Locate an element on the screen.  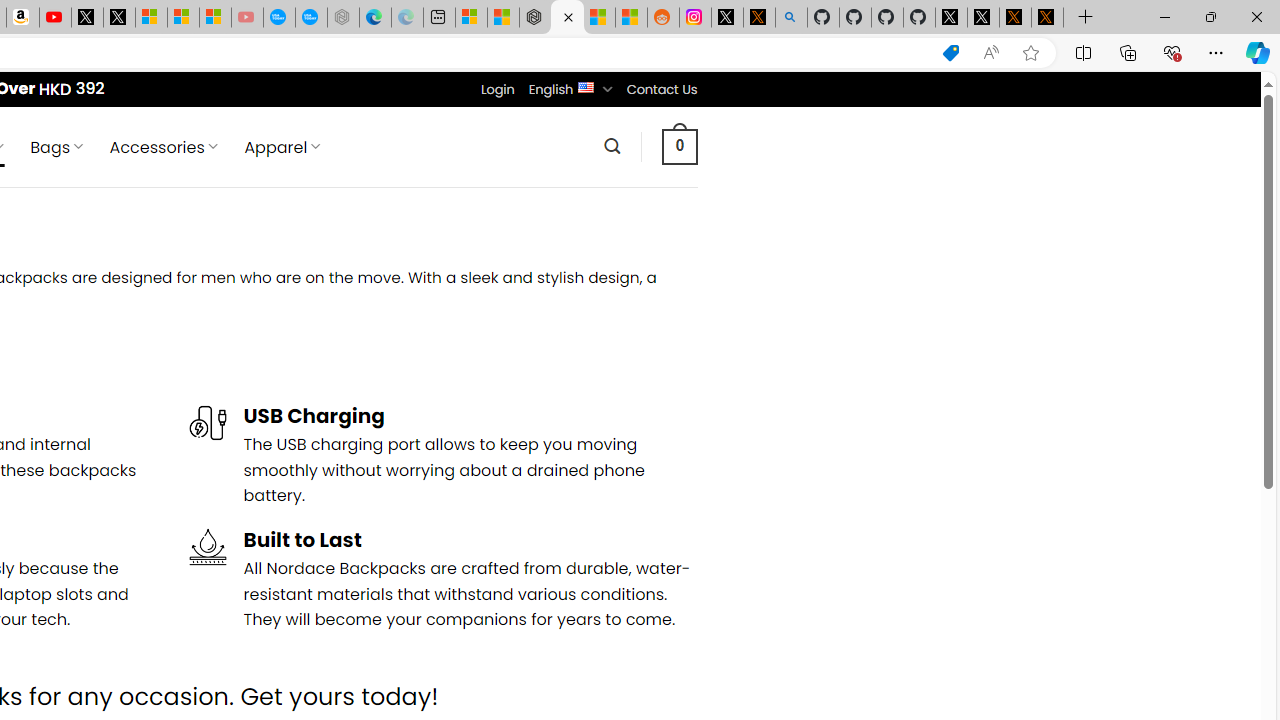
'help.x.com | 524: A timeout occurred' is located at coordinates (758, 17).